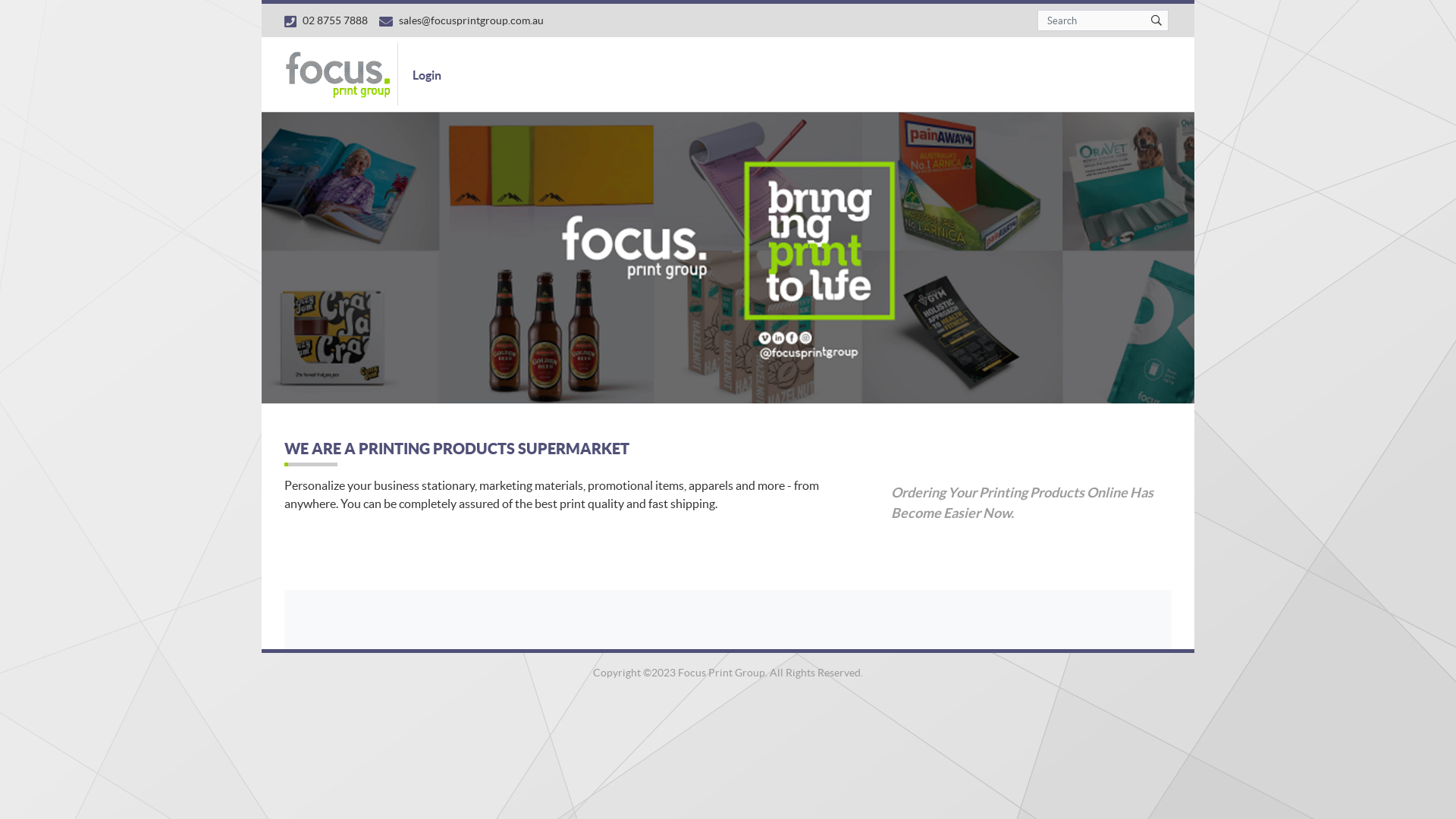 The height and width of the screenshot is (819, 1456). What do you see at coordinates (728, 256) in the screenshot?
I see `'banner 2'` at bounding box center [728, 256].